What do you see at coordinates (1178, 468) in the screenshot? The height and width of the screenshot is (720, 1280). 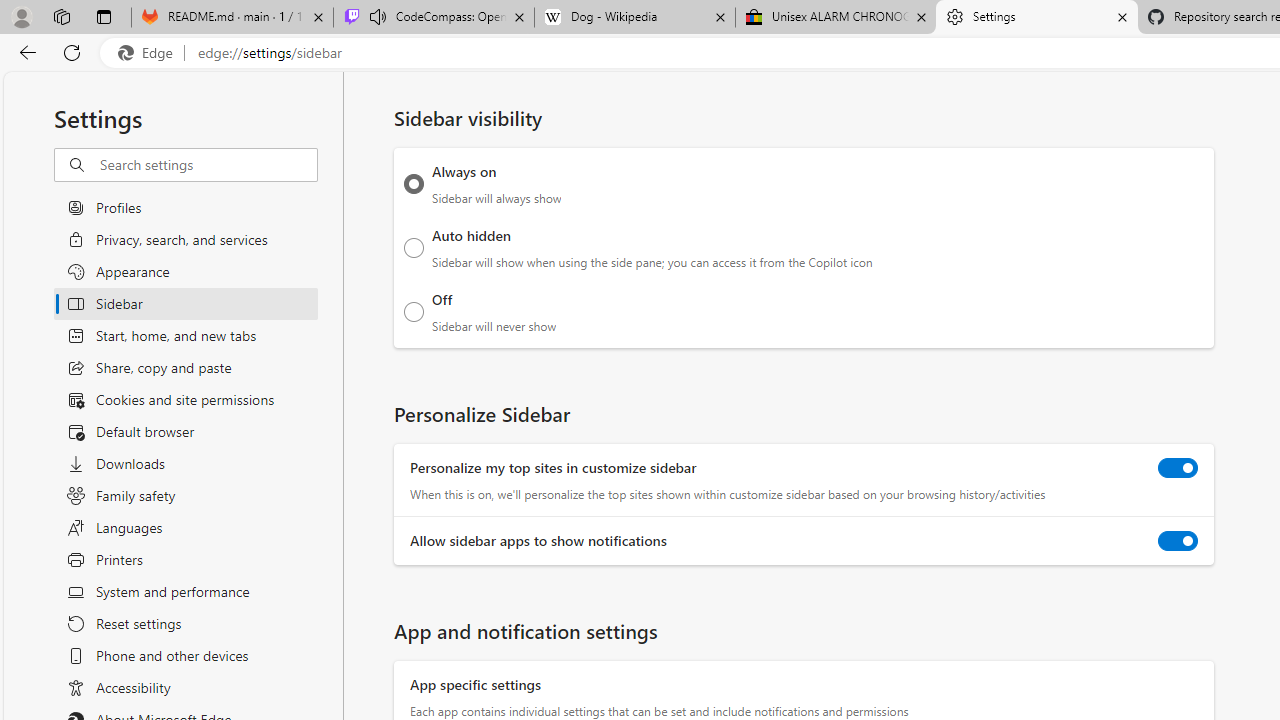 I see `'Personalize my top sites in customize sidebar'` at bounding box center [1178, 468].